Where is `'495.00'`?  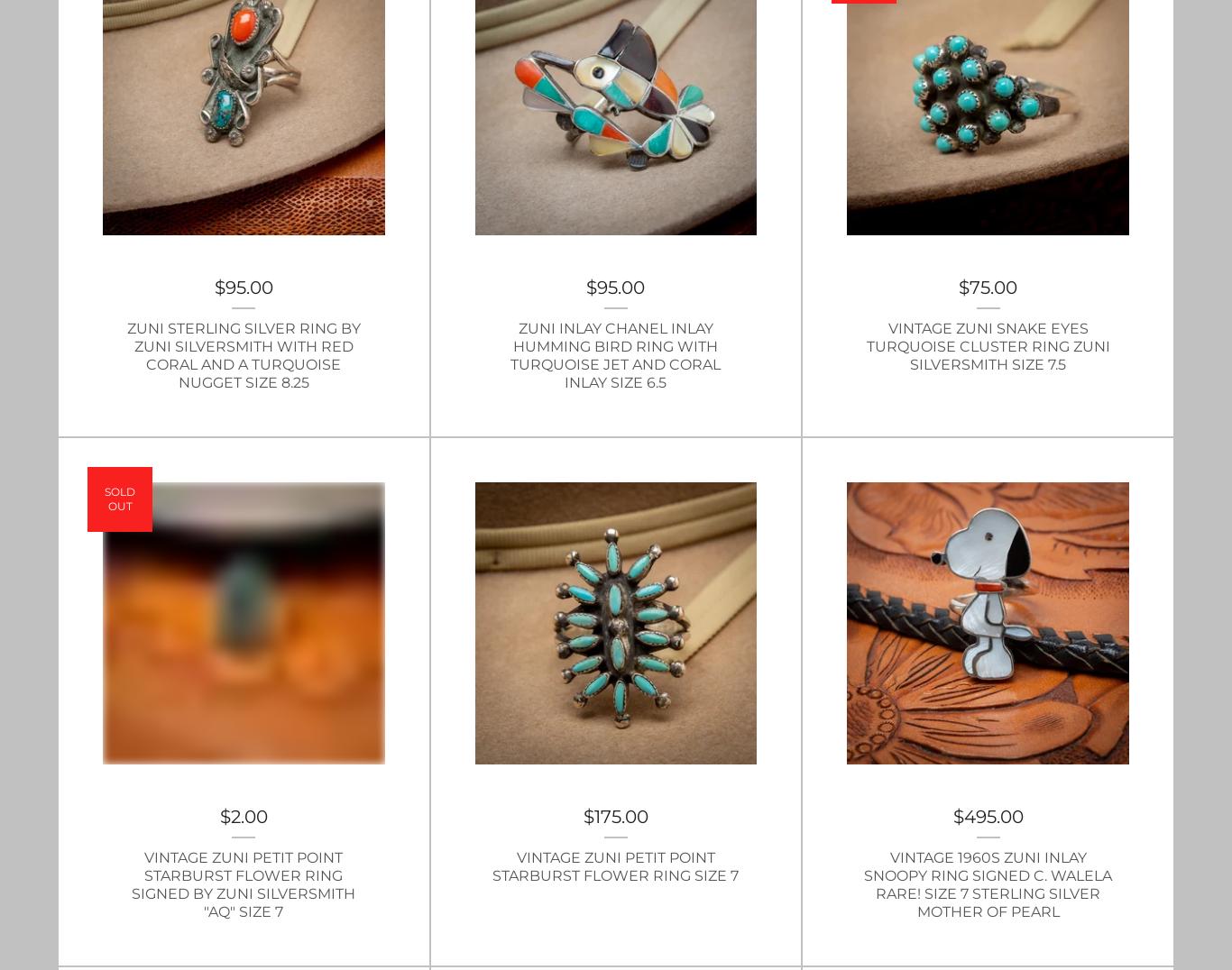 '495.00' is located at coordinates (991, 815).